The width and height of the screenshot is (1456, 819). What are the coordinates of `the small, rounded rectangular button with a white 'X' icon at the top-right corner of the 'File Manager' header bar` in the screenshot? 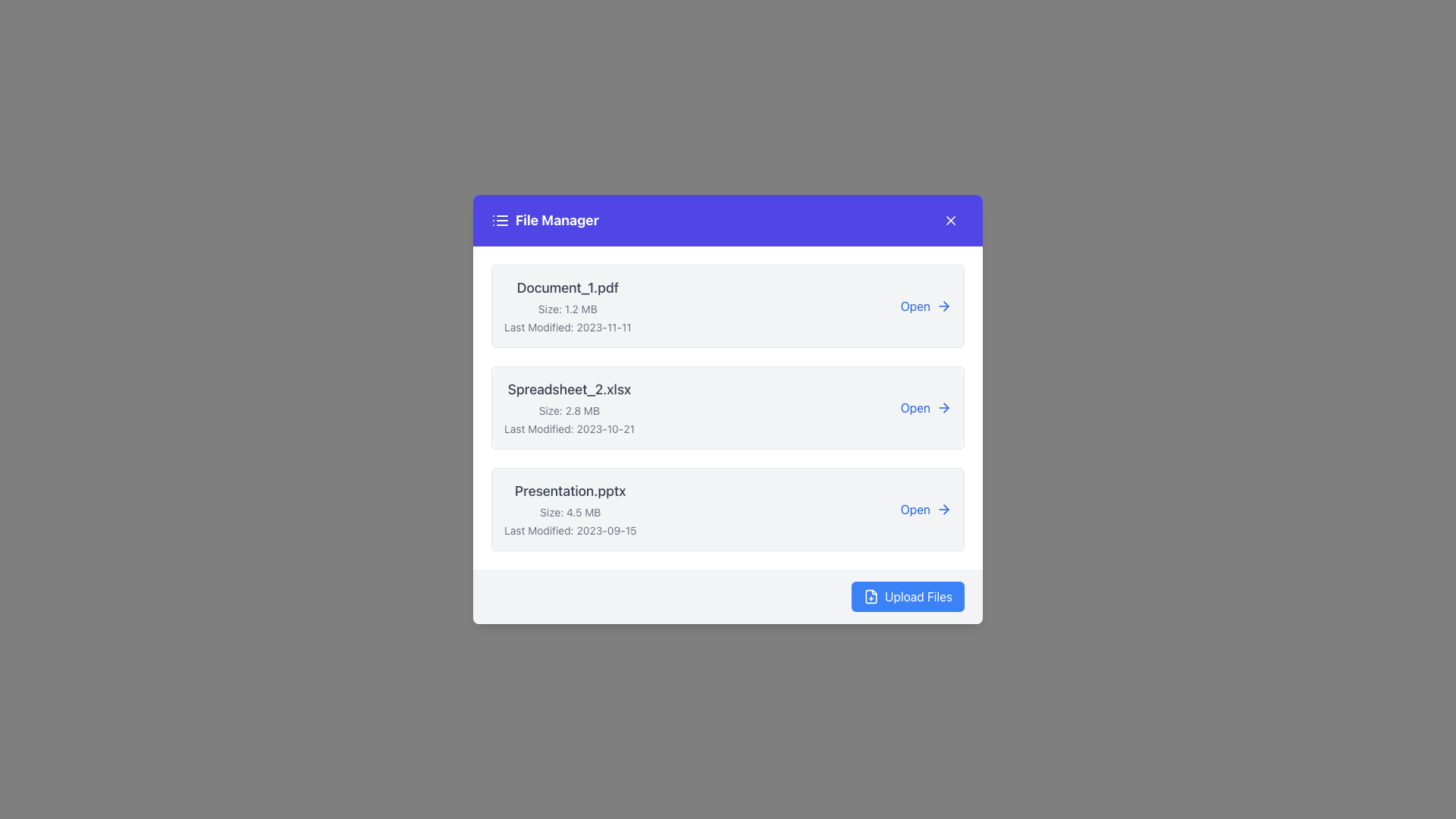 It's located at (949, 220).